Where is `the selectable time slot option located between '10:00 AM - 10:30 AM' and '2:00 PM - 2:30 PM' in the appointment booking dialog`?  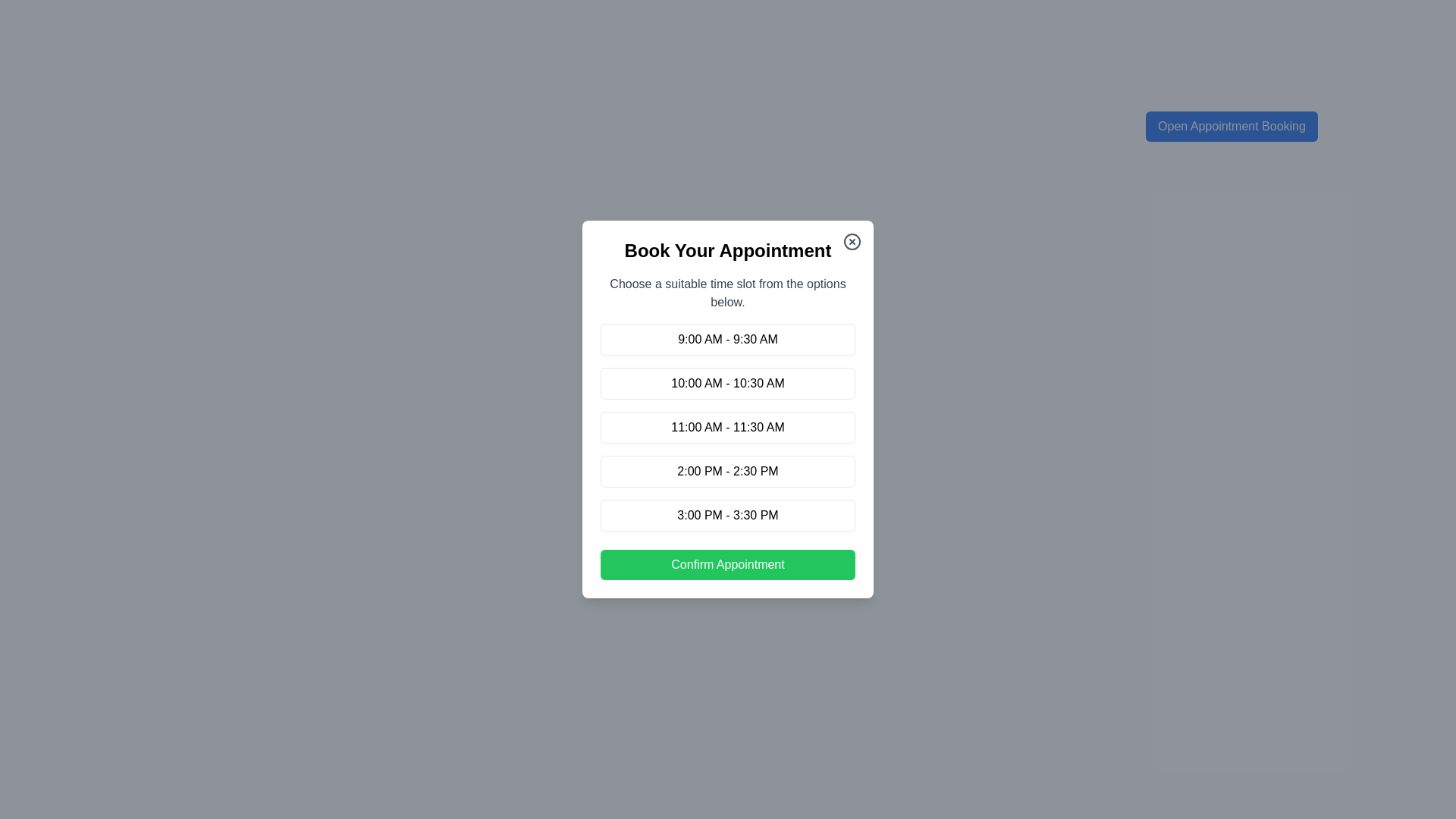 the selectable time slot option located between '10:00 AM - 10:30 AM' and '2:00 PM - 2:30 PM' in the appointment booking dialog is located at coordinates (728, 427).